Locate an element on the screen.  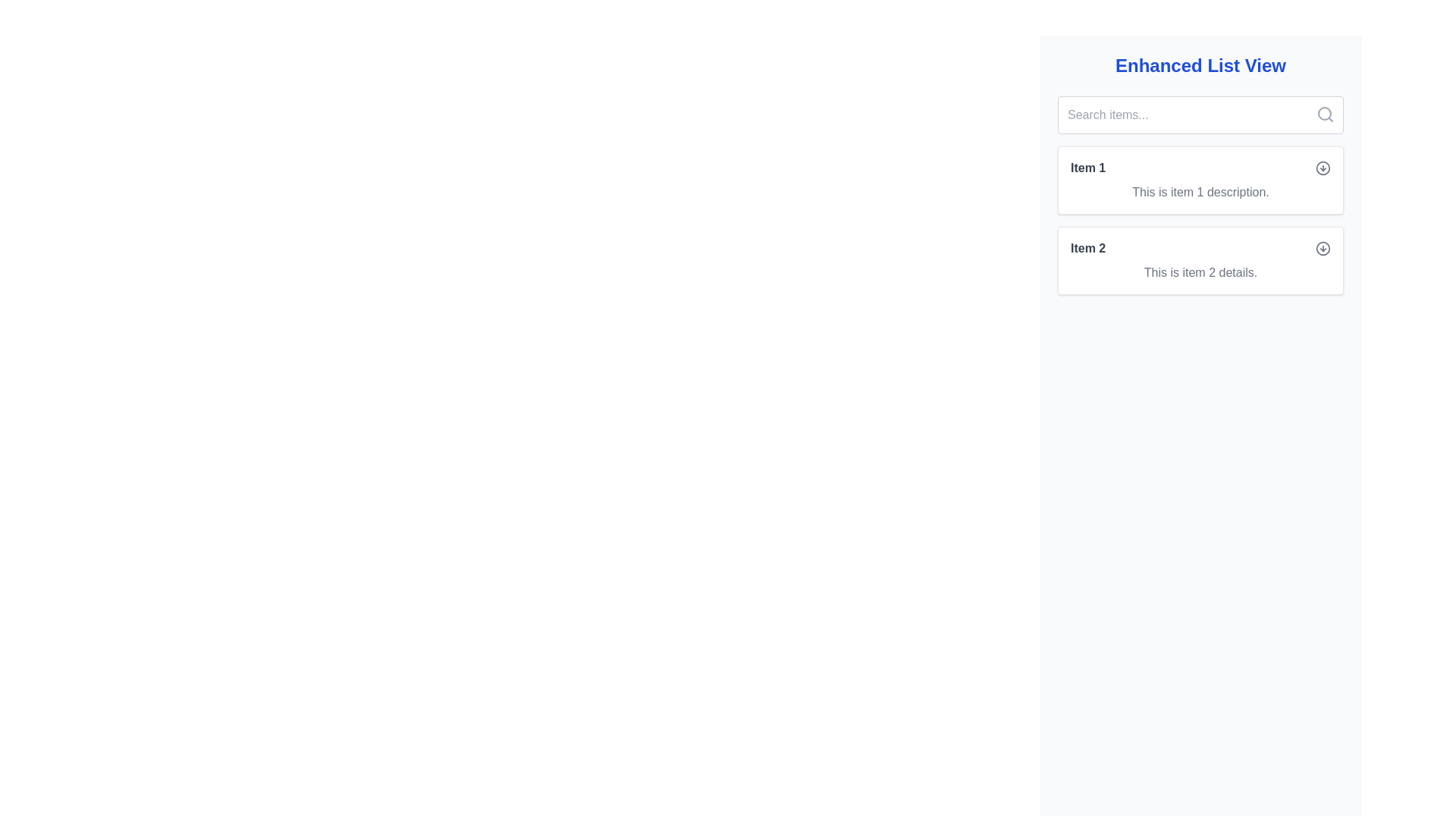
the magnifying glass icon located at the top right corner of the search input box is located at coordinates (1324, 113).